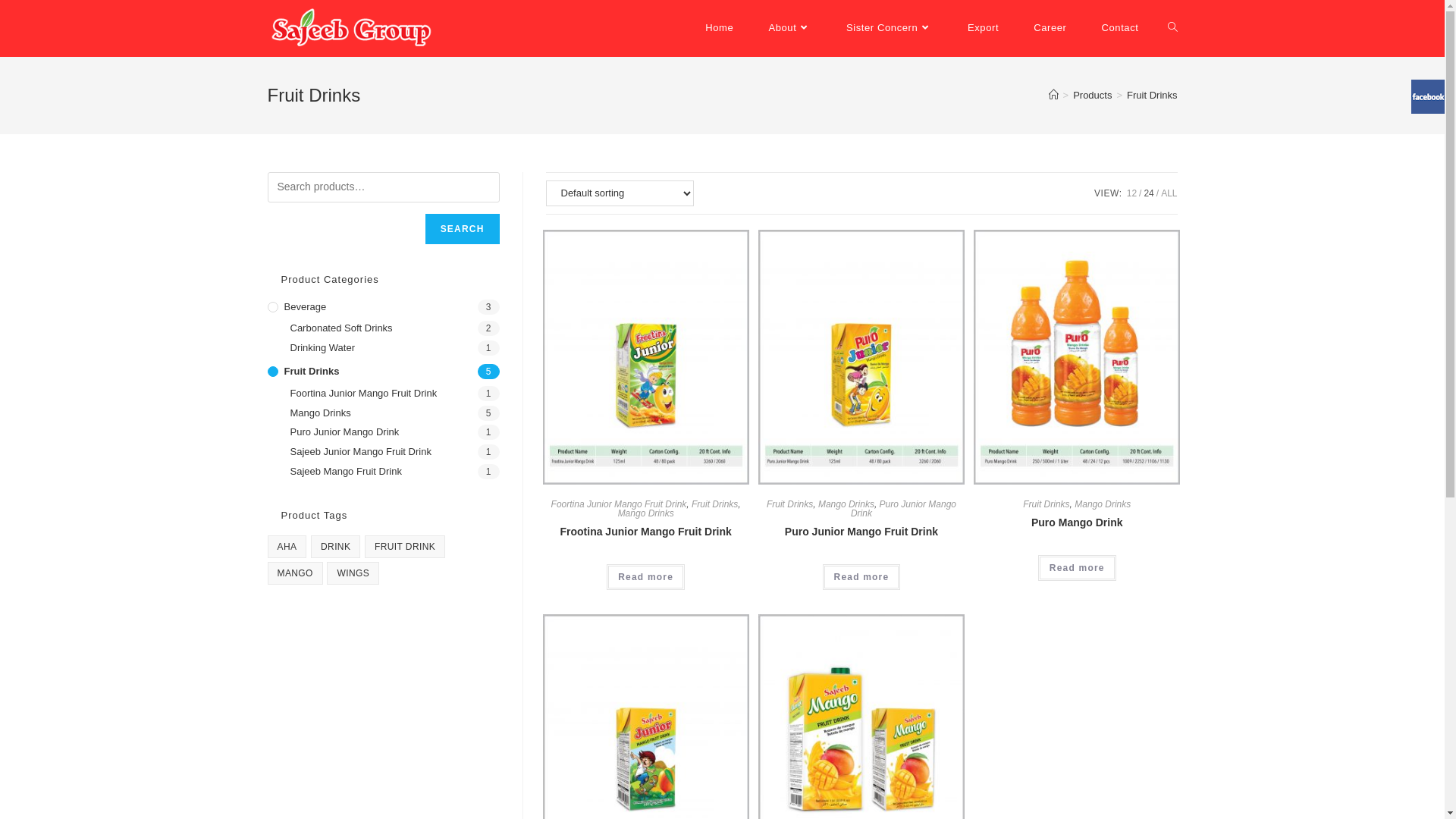 This screenshot has height=819, width=1456. I want to click on 'Home', so click(718, 28).